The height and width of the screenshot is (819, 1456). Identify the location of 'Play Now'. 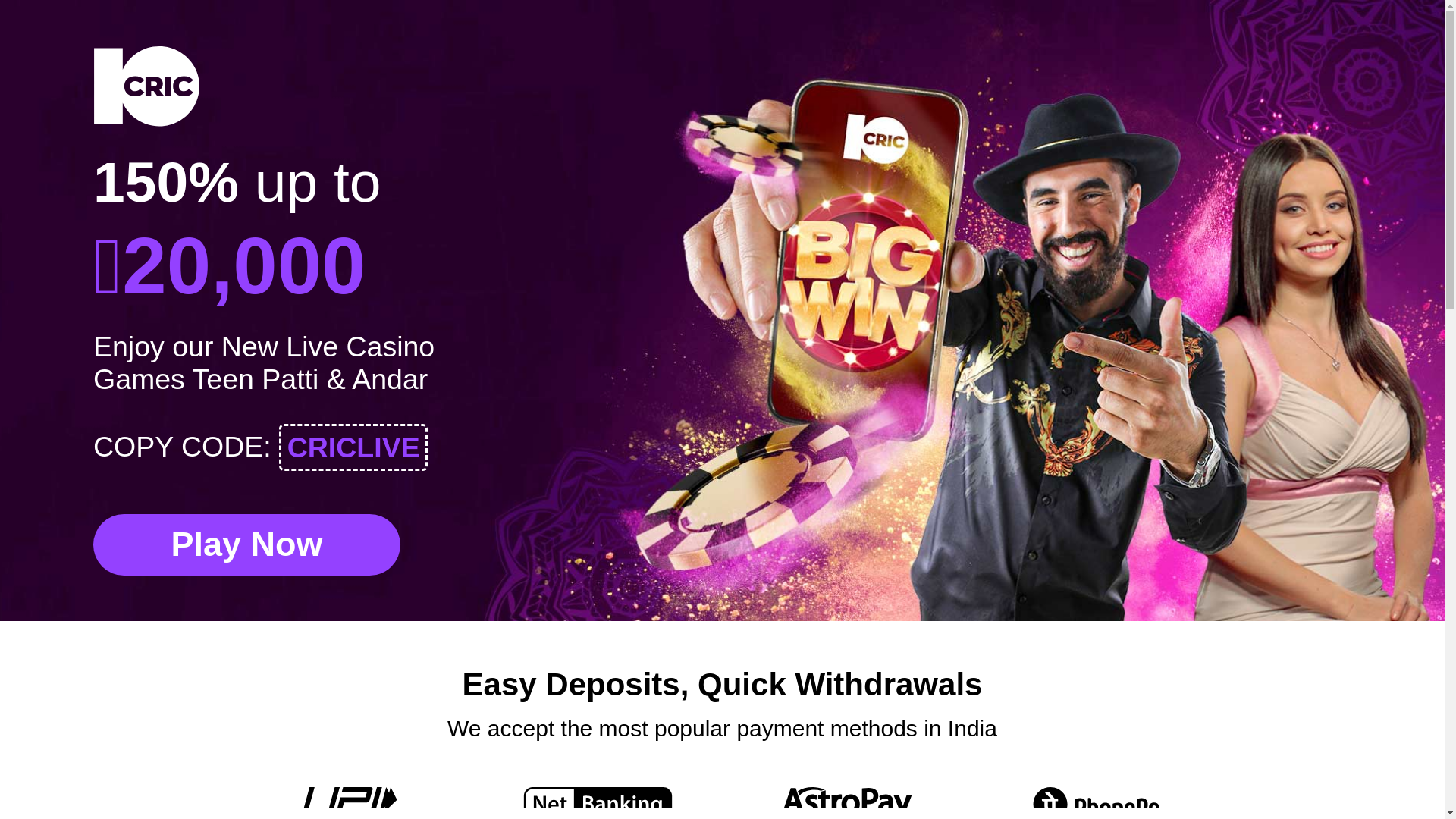
(246, 544).